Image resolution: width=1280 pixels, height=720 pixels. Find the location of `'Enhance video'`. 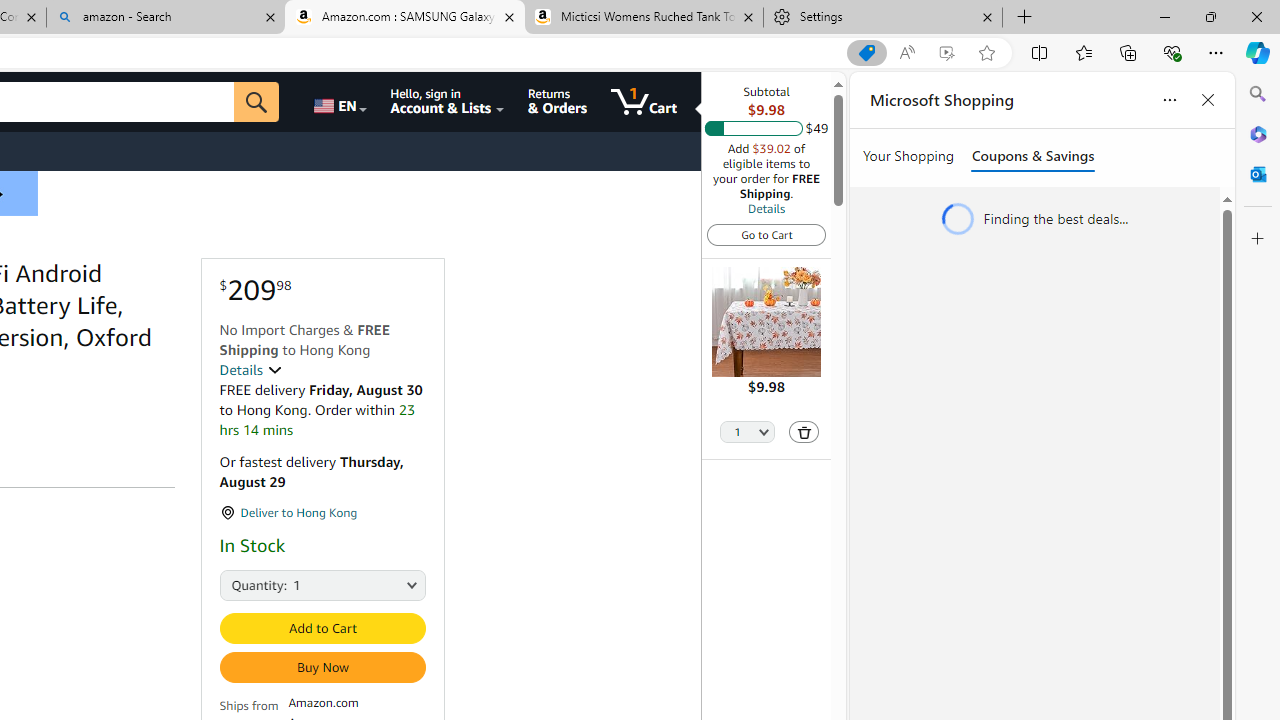

'Enhance video' is located at coordinates (945, 52).